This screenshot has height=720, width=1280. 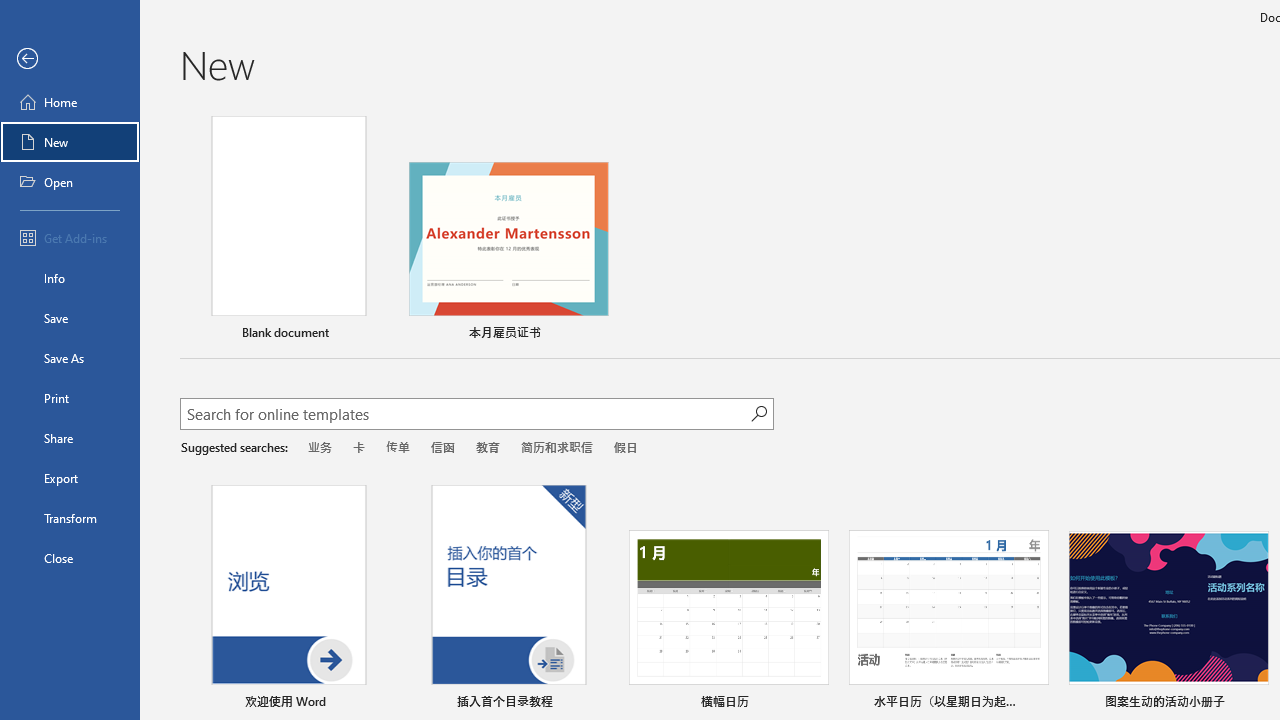 What do you see at coordinates (287, 230) in the screenshot?
I see `'Blank document'` at bounding box center [287, 230].